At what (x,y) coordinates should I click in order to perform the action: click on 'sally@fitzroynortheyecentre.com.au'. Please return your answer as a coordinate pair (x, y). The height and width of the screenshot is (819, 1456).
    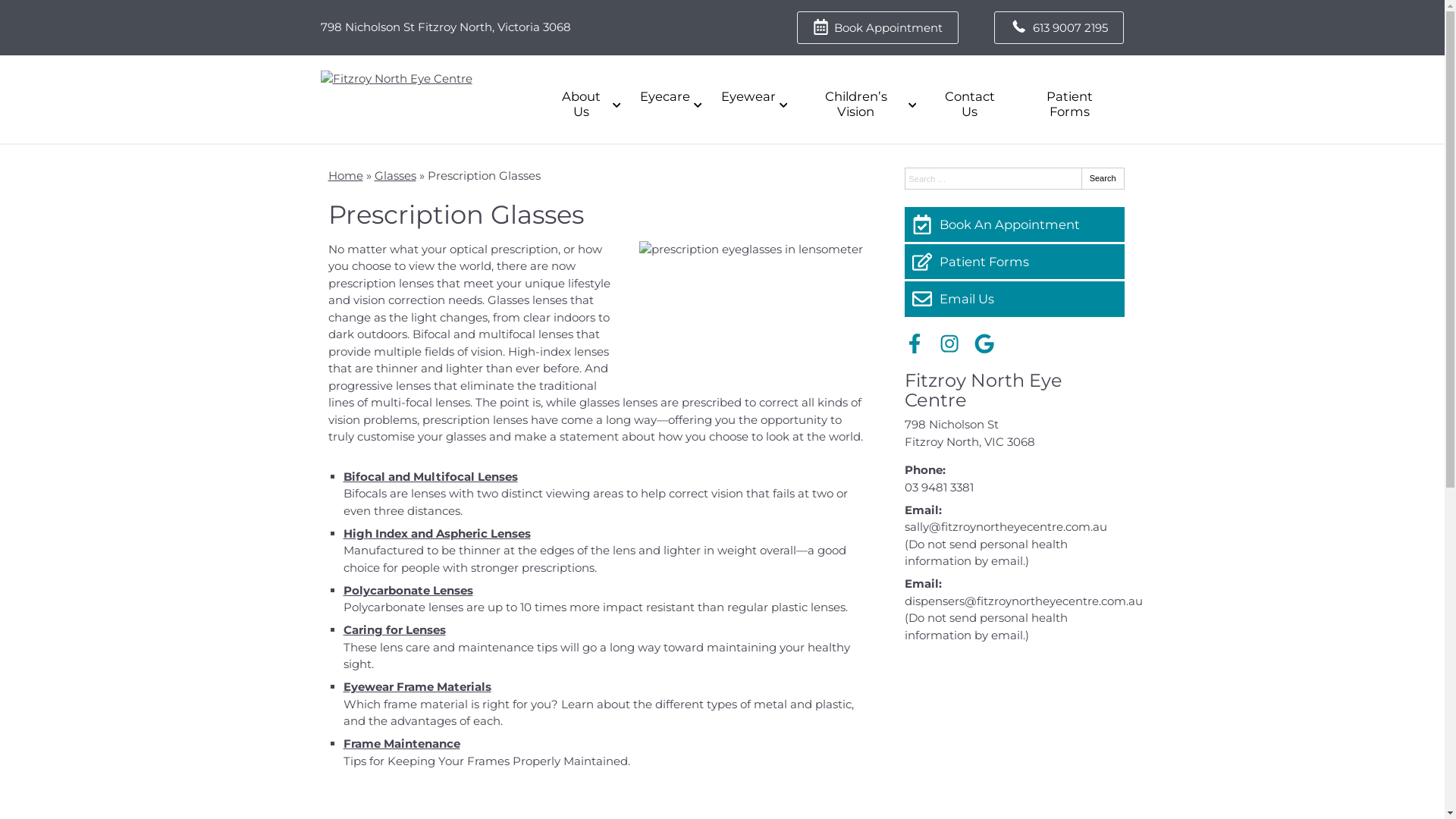
    Looking at the image, I should click on (1005, 526).